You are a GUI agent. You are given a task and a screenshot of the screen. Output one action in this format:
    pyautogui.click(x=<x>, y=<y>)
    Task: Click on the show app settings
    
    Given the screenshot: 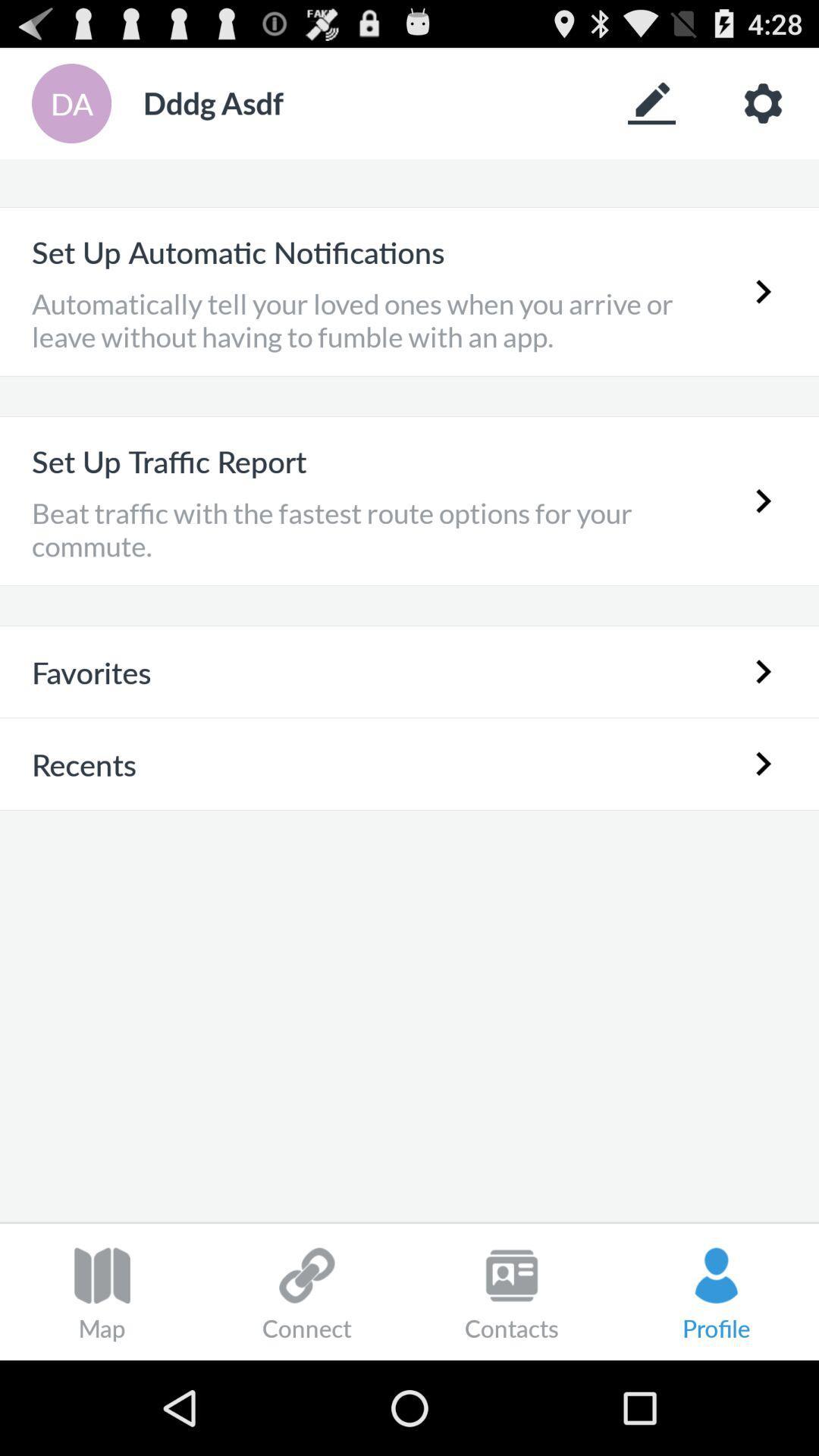 What is the action you would take?
    pyautogui.click(x=763, y=102)
    